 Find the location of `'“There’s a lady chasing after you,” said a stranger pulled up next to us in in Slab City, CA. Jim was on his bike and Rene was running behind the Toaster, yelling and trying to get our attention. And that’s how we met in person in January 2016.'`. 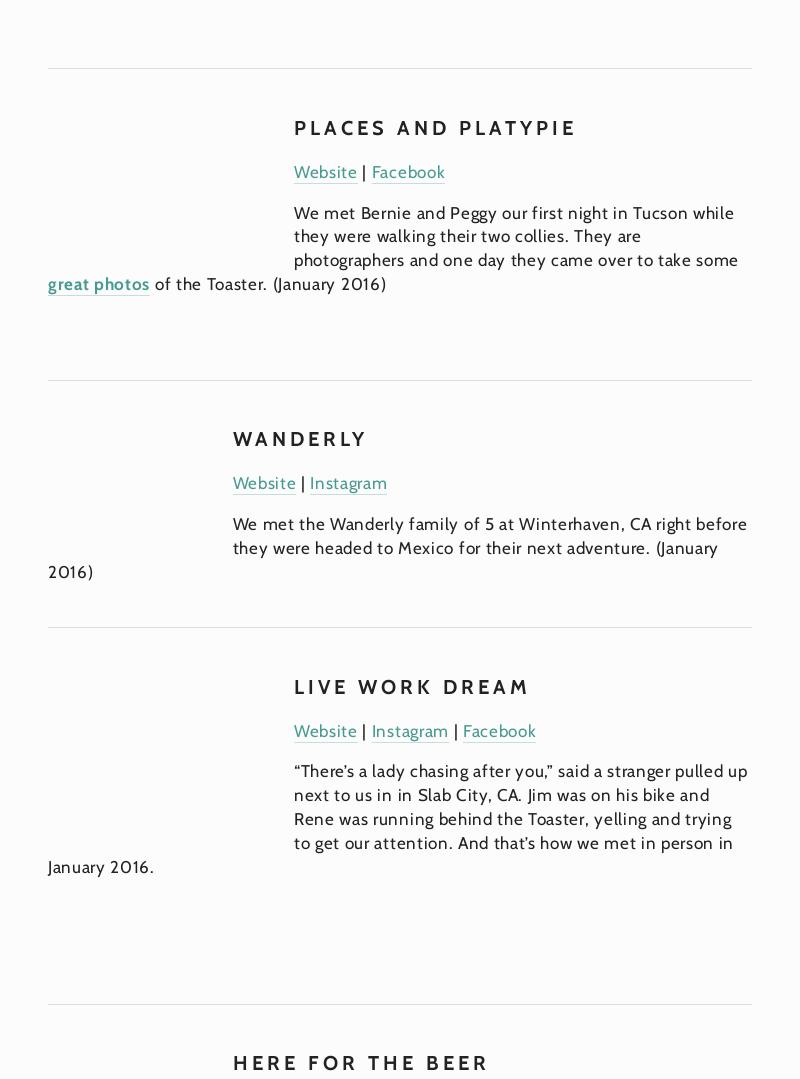

'“There’s a lady chasing after you,” said a stranger pulled up next to us in in Slab City, CA. Jim was on his bike and Rene was running behind the Toaster, yelling and trying to get our attention. And that’s how we met in person in January 2016.' is located at coordinates (400, 817).